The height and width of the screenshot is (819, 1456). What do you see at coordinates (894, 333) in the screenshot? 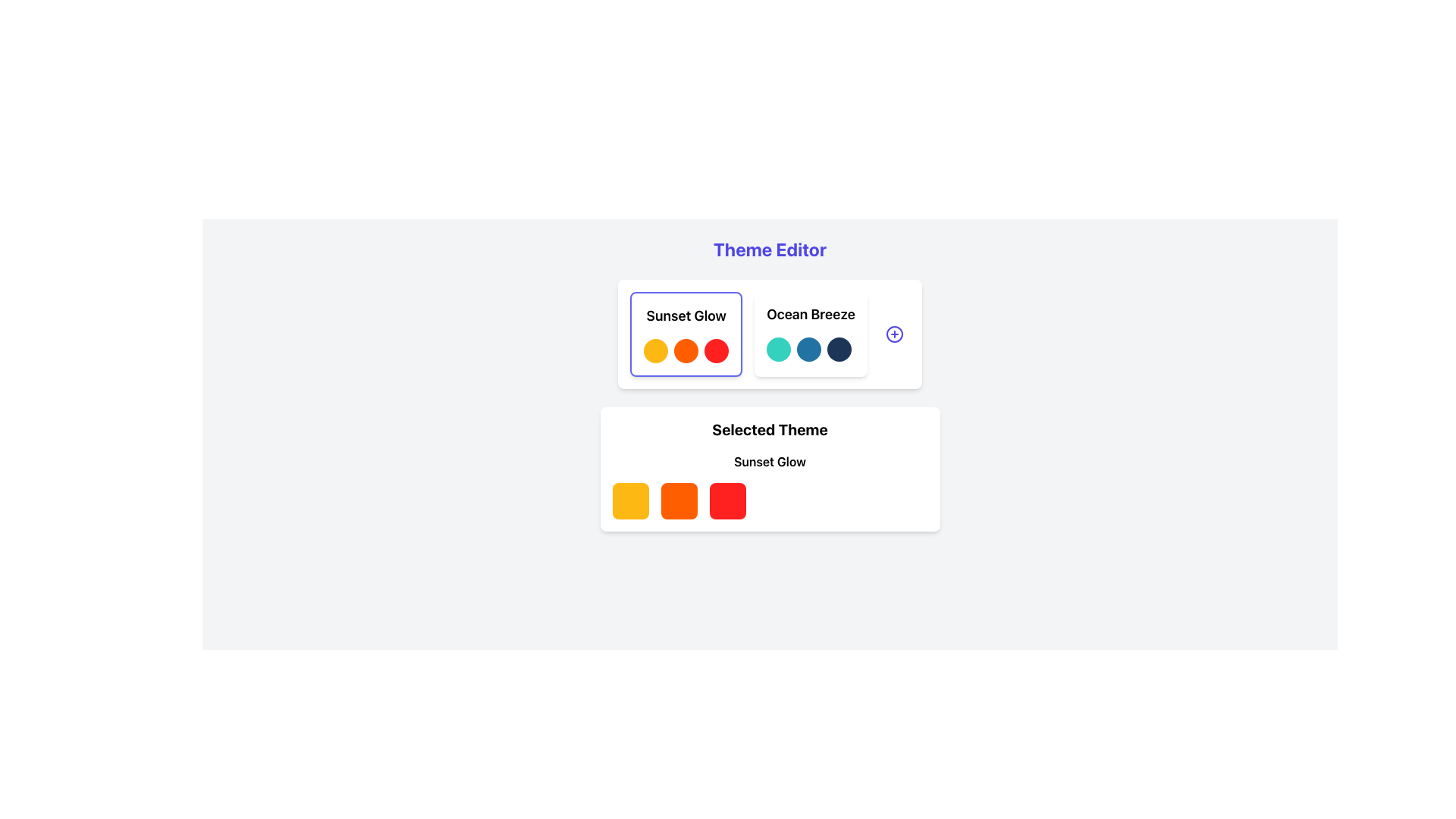
I see `the circular outline icon located within the 'Ocean Breeze' card at the top of the user interface` at bounding box center [894, 333].